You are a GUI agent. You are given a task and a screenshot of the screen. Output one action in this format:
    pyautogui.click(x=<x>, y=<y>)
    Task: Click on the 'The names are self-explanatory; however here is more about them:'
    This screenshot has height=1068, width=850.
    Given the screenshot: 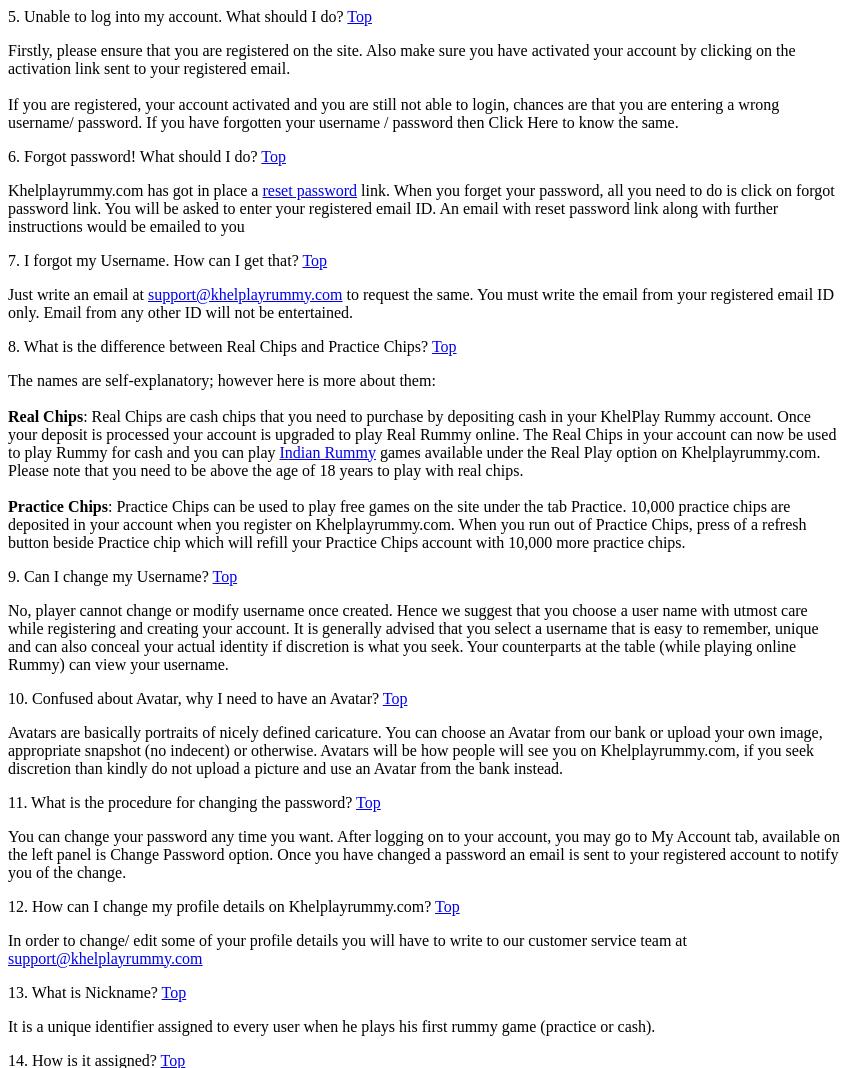 What is the action you would take?
    pyautogui.click(x=221, y=378)
    